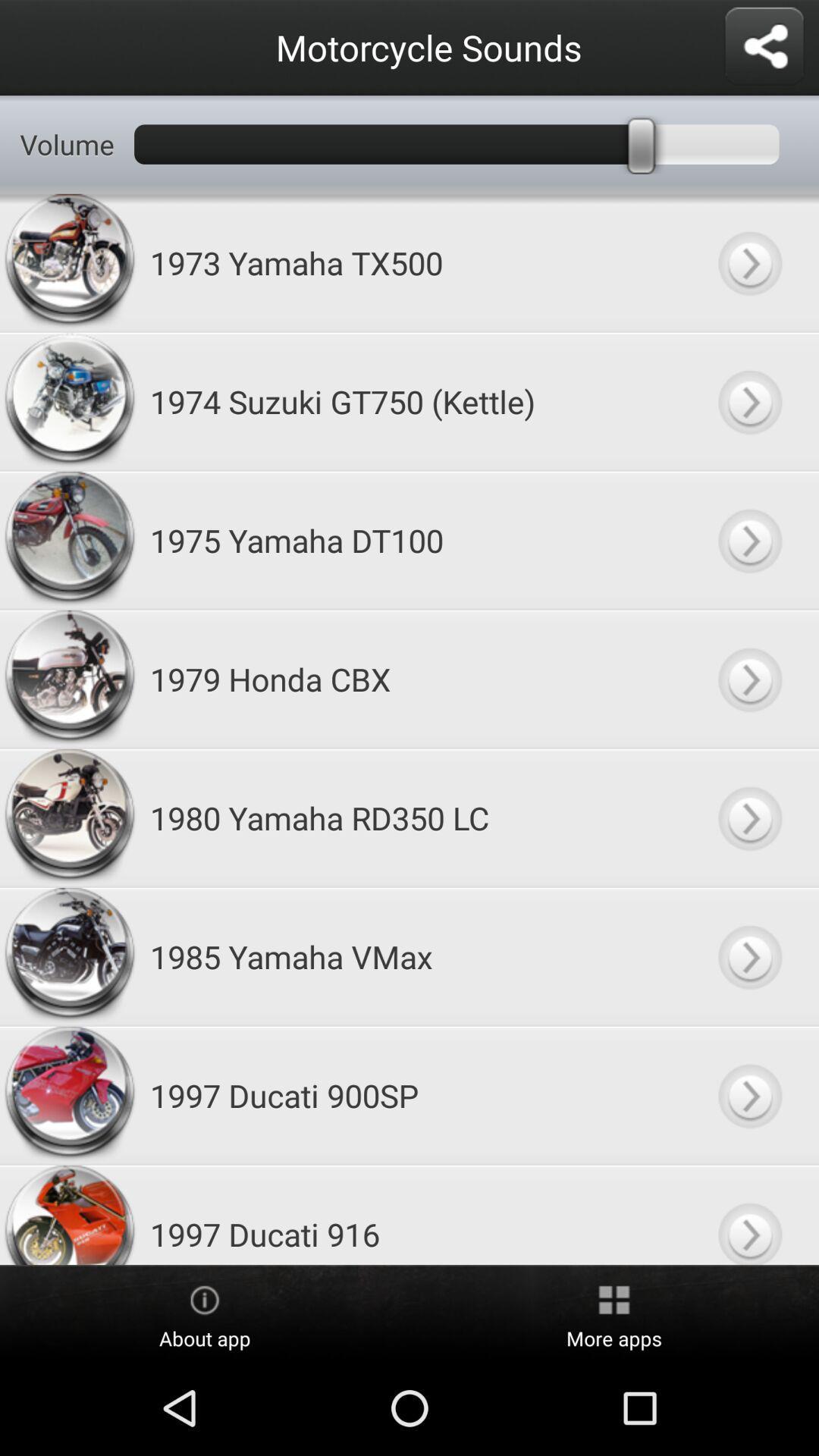 The height and width of the screenshot is (1456, 819). What do you see at coordinates (748, 678) in the screenshot?
I see `sound` at bounding box center [748, 678].